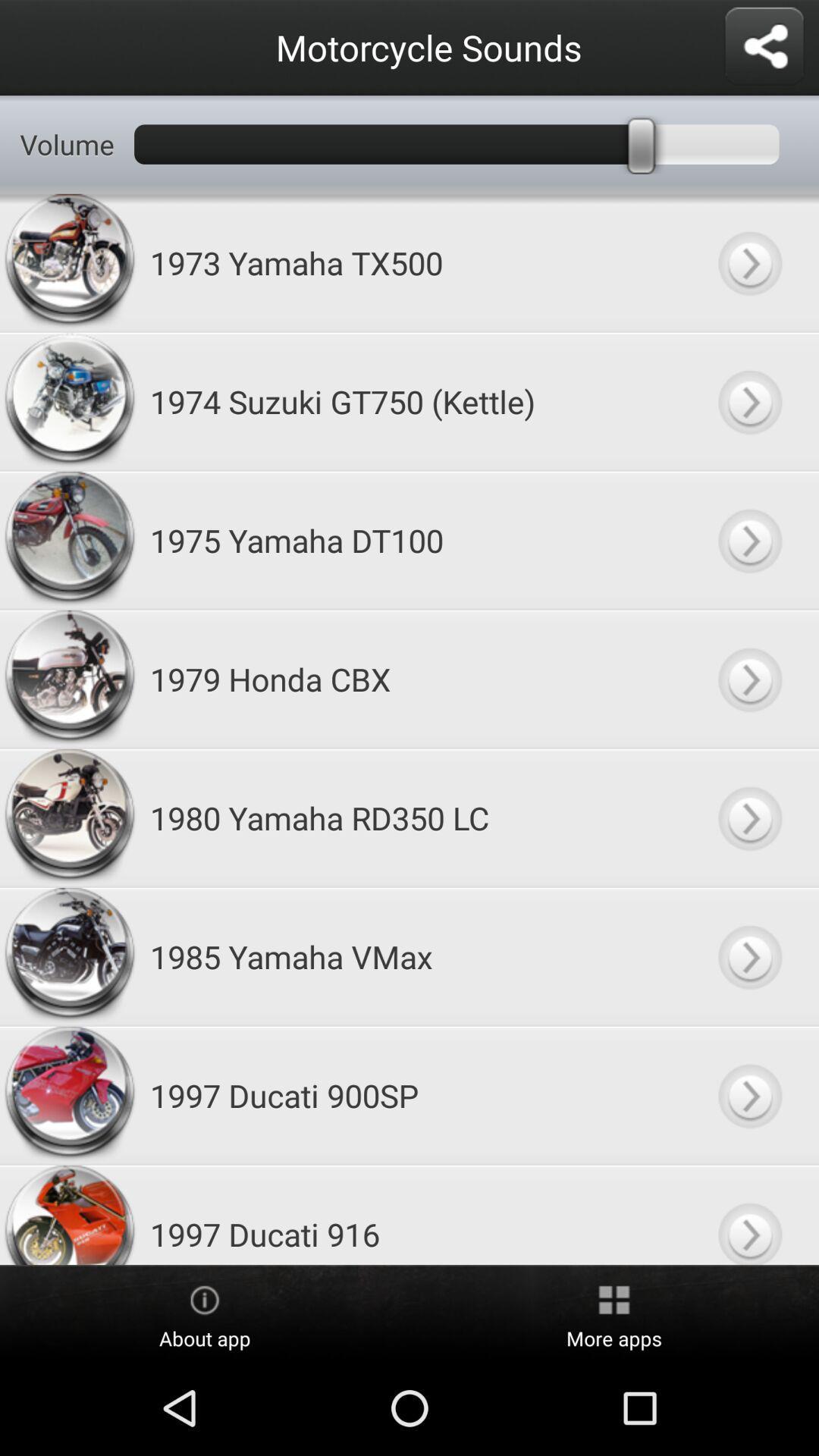 The height and width of the screenshot is (1456, 819). What do you see at coordinates (748, 678) in the screenshot?
I see `sound` at bounding box center [748, 678].